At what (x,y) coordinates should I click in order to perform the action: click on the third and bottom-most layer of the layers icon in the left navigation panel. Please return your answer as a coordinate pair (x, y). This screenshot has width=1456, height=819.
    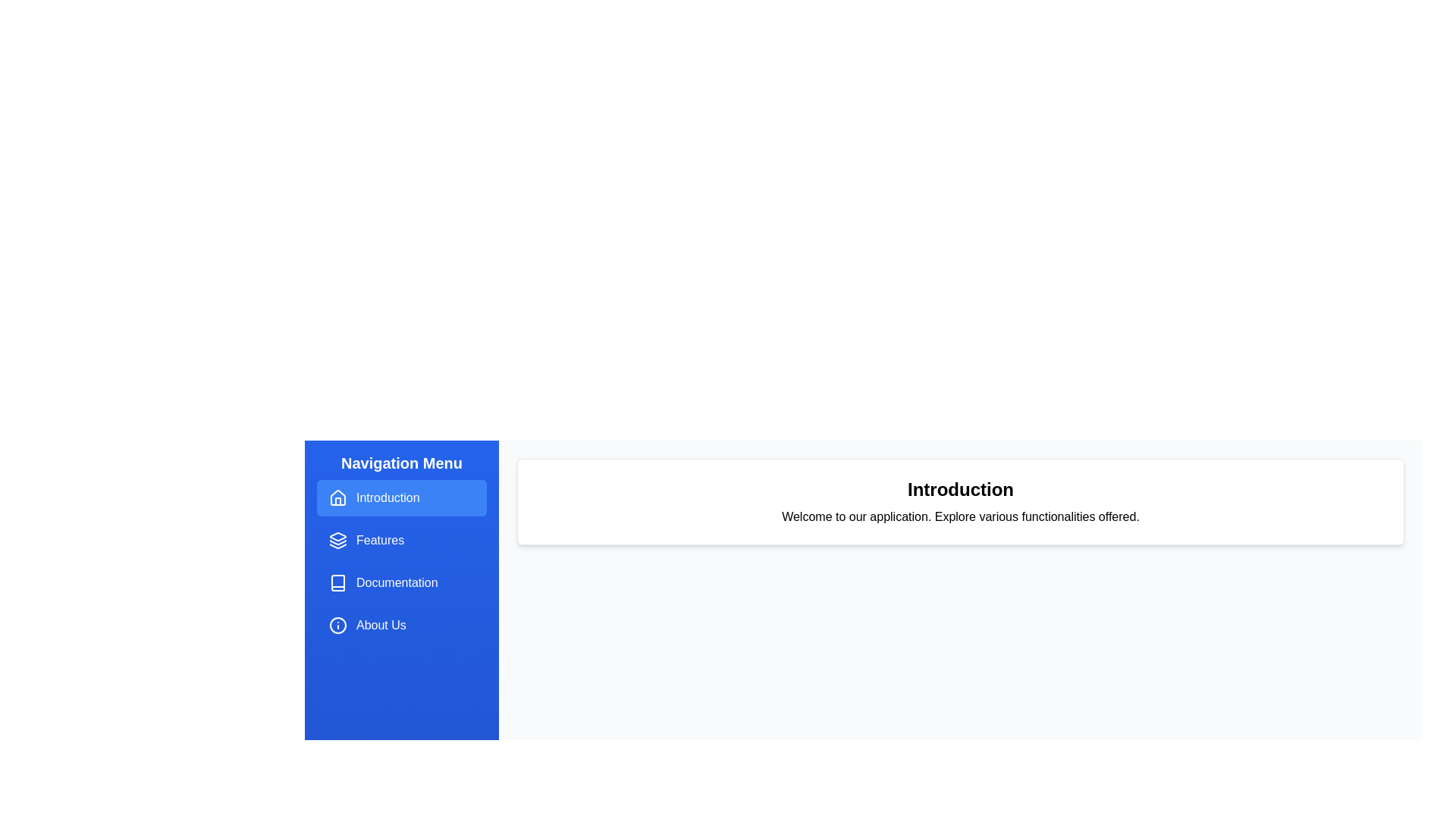
    Looking at the image, I should click on (337, 546).